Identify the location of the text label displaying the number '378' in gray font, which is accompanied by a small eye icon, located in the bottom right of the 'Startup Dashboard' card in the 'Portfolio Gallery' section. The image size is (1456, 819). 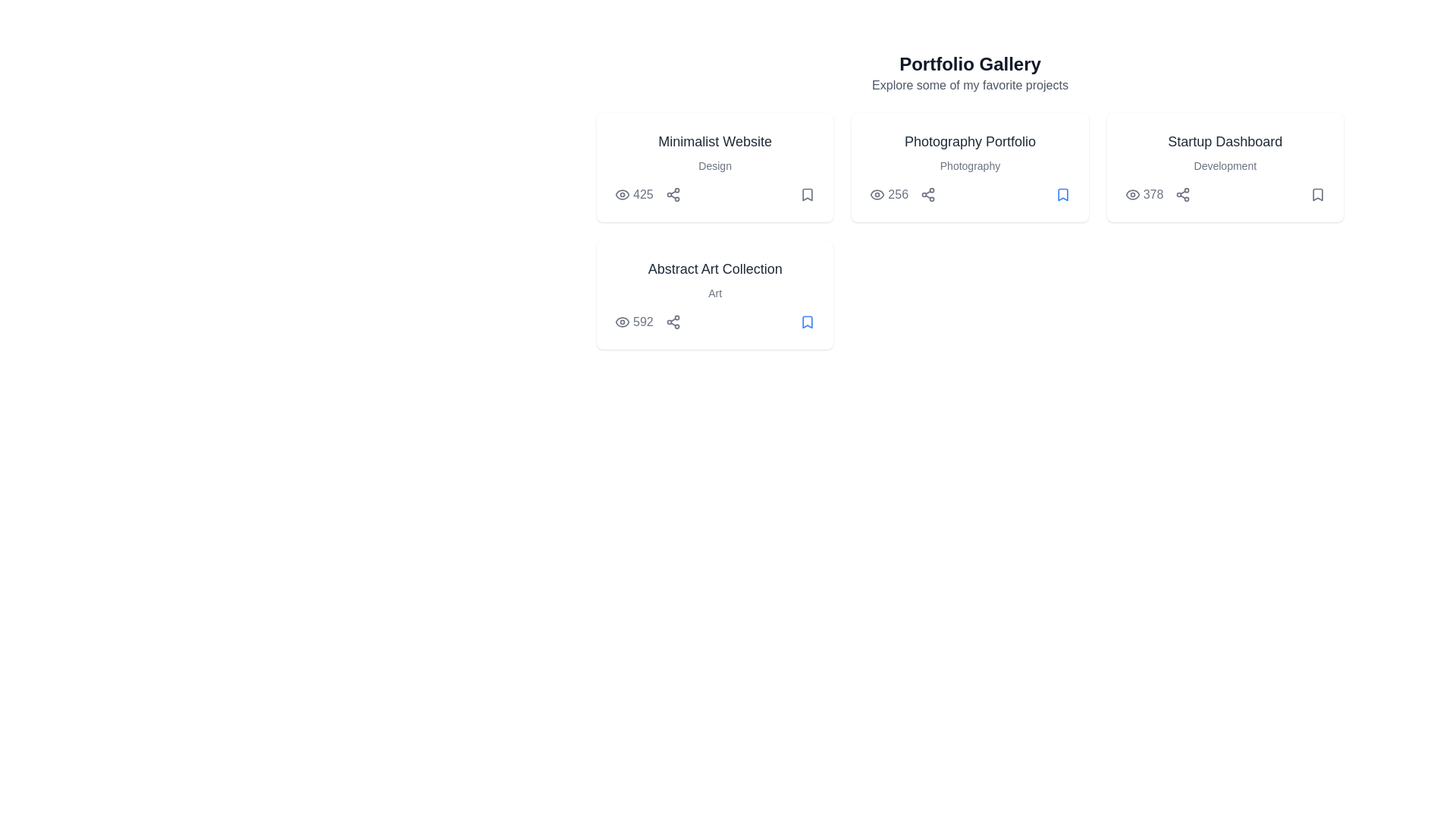
(1144, 194).